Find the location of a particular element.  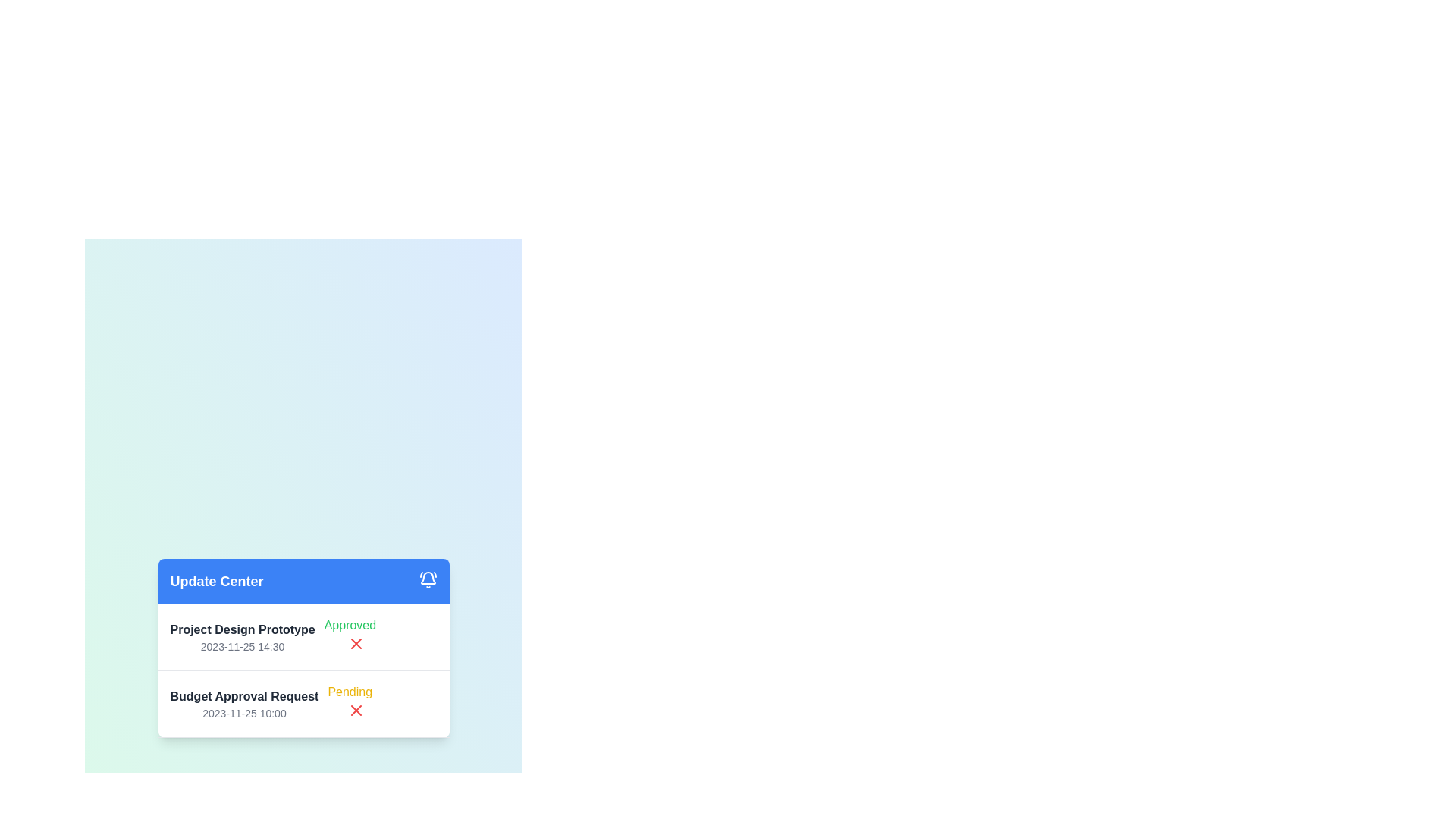

the static text element displaying '2023-11-25 14:30', which is located below the title 'Project Design Prototype' in a card interface is located at coordinates (243, 646).